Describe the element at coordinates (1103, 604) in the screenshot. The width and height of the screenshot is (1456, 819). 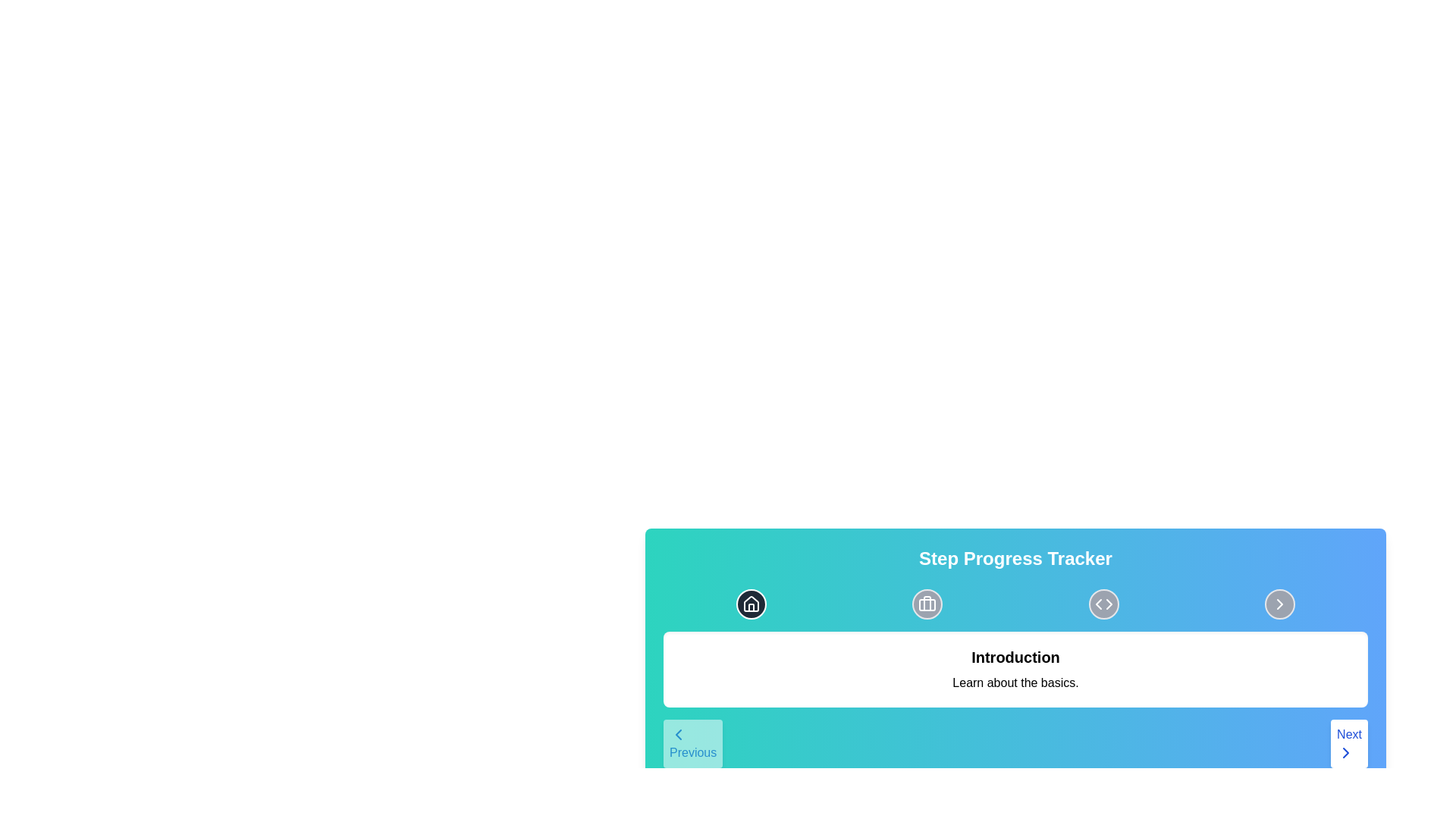
I see `the third circular button with an icon related to coding located in the top-right section of the 'Step Progress Tracker' panel` at that location.